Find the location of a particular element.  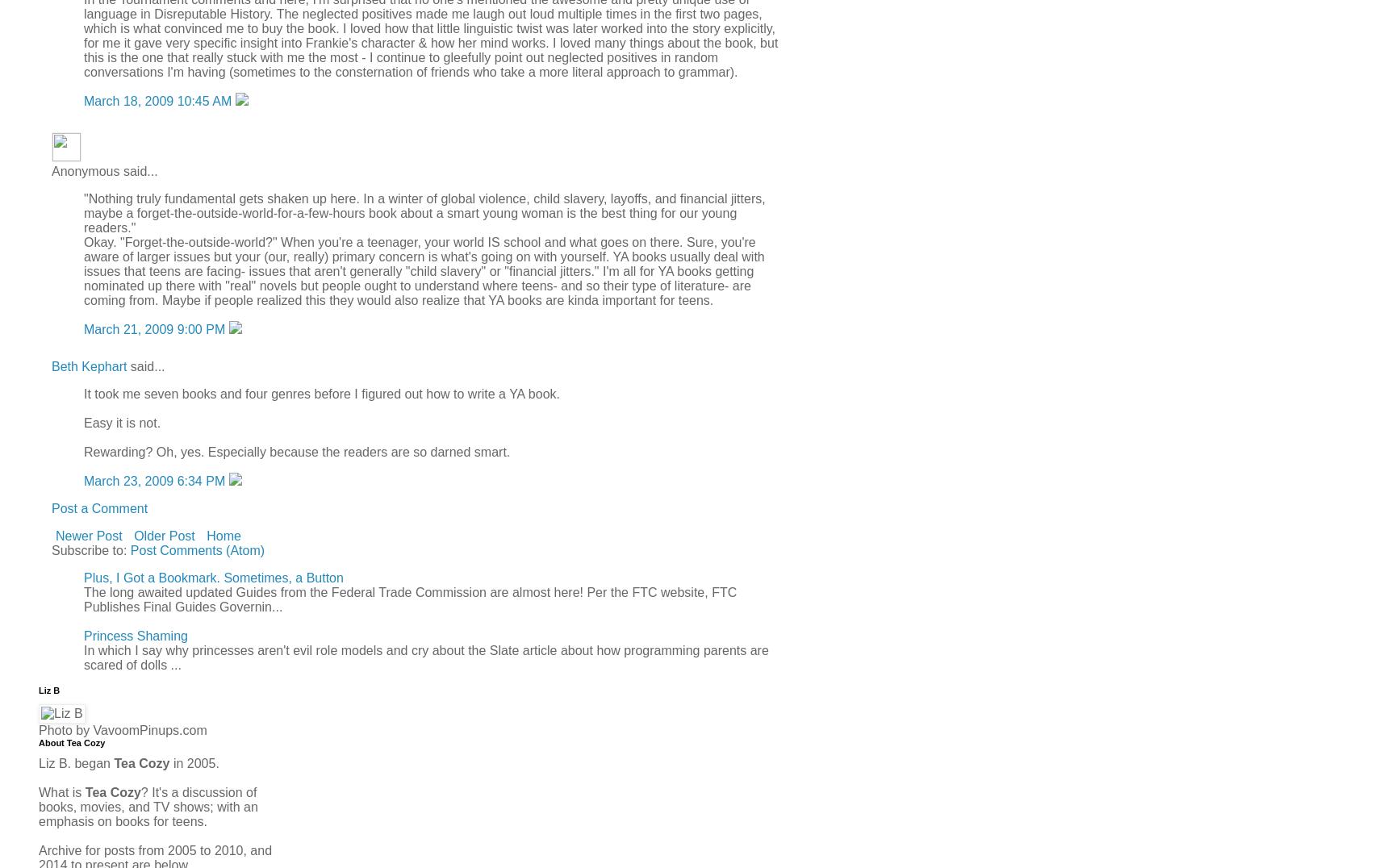

'In which I say why princesses aren't evil role models and cry about the Slate article about how programming parents are scared of dolls ...' is located at coordinates (425, 656).